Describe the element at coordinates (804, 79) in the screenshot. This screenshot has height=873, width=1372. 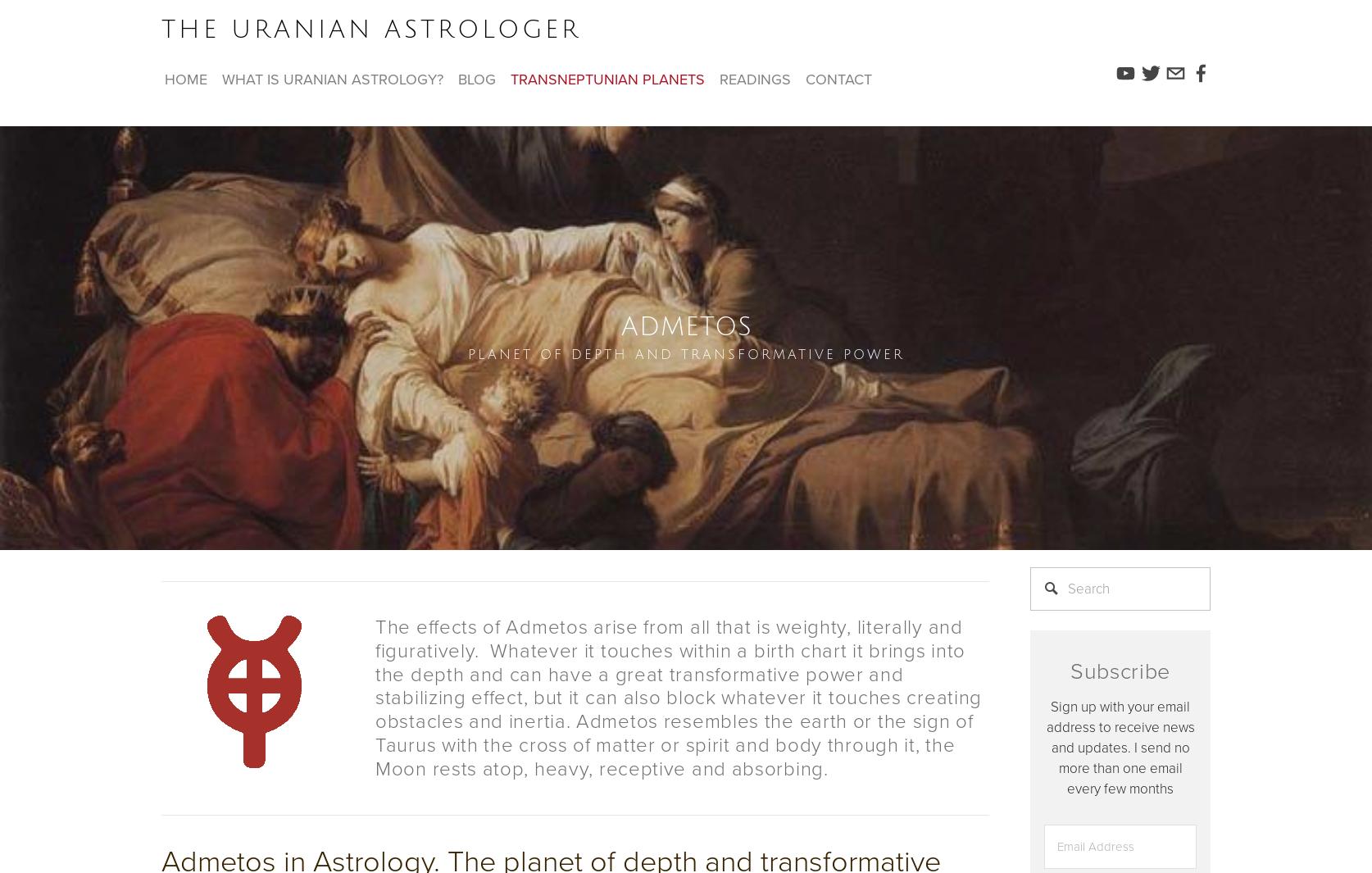
I see `'contact'` at that location.